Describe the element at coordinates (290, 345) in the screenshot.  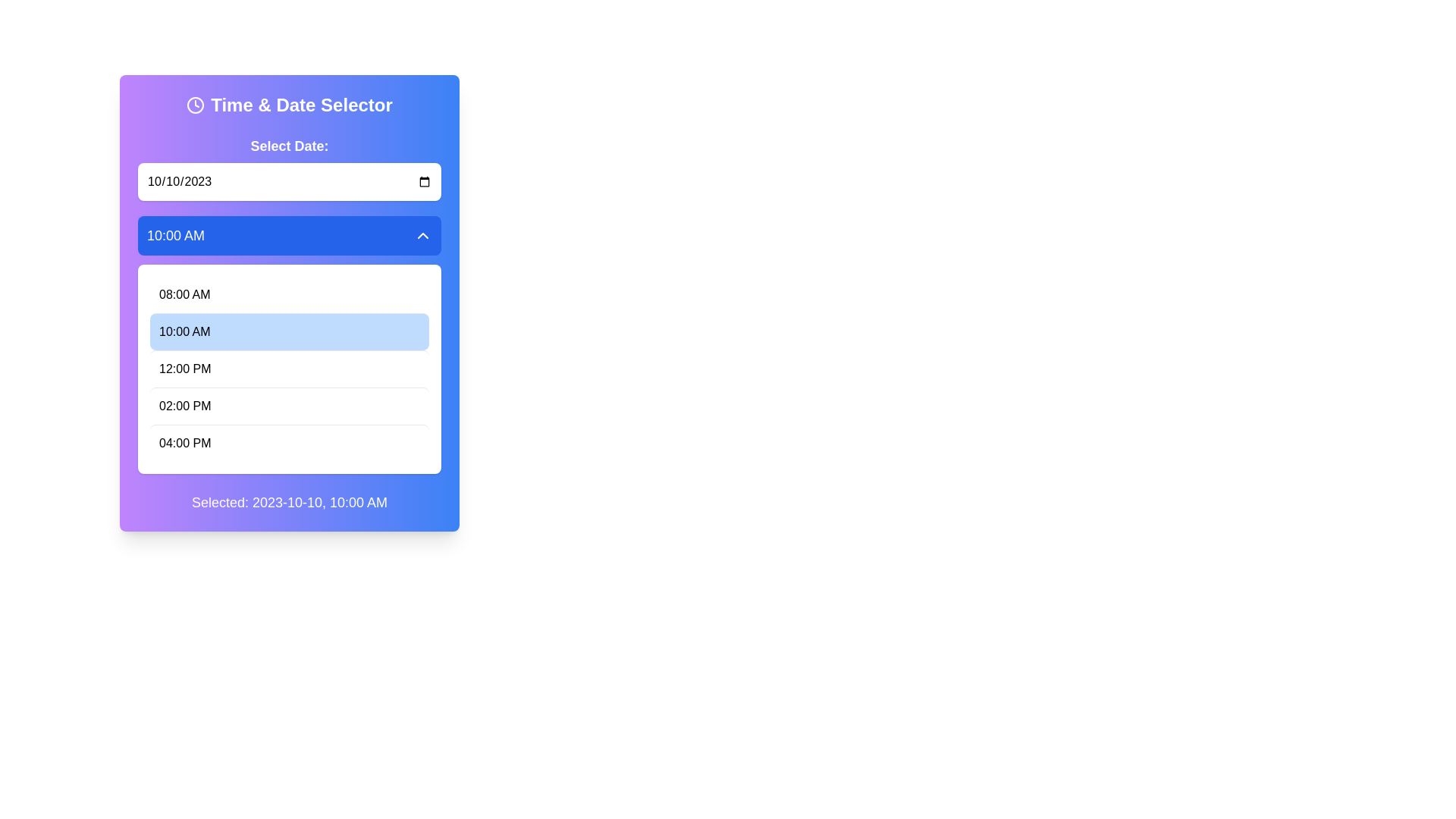
I see `the '10:00 AM' dropdown menu item with a light blue background` at that location.